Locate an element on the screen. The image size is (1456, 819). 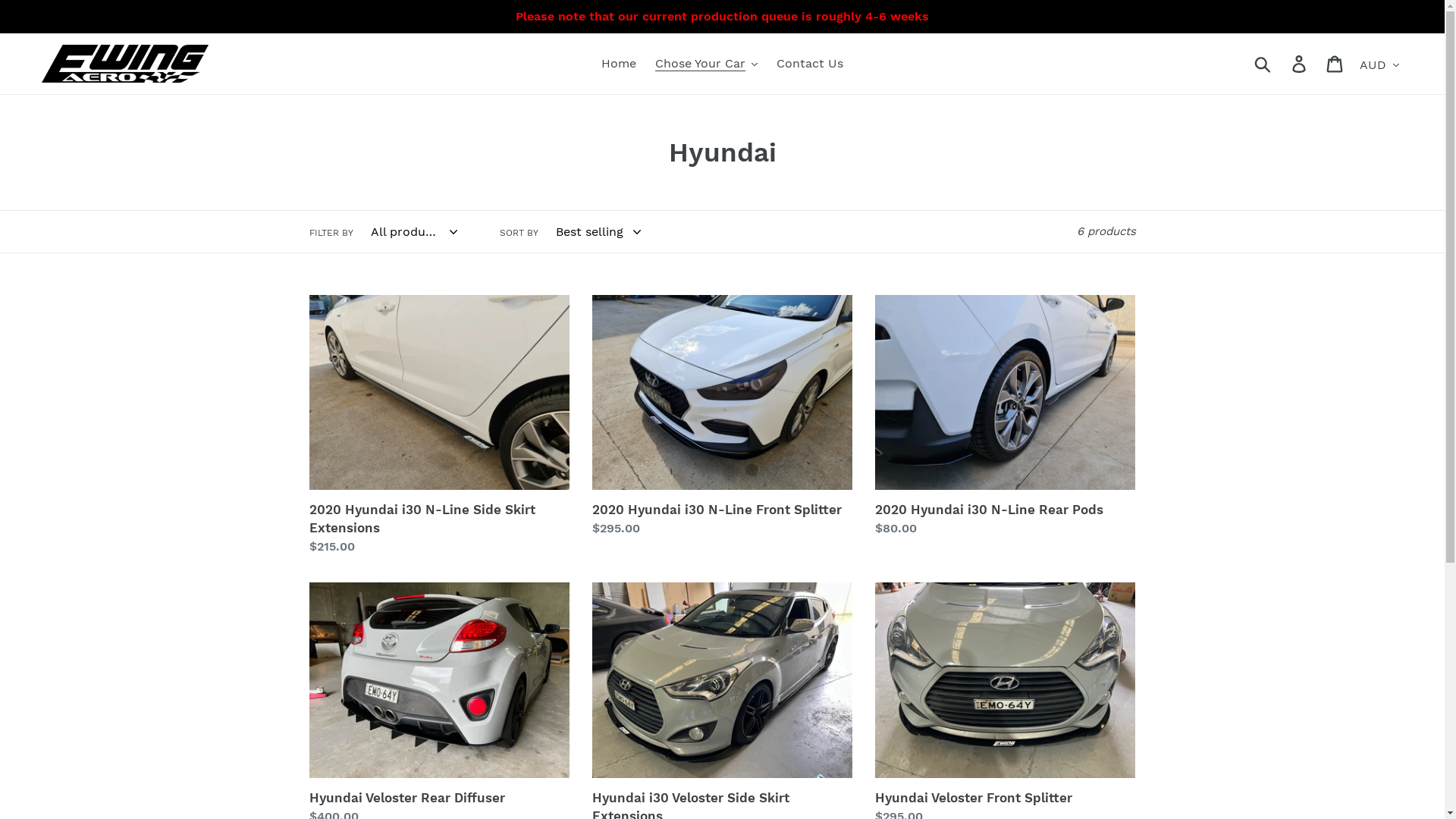
'2020 Hyundai i30 N-Line Rear Pods' is located at coordinates (1005, 416).